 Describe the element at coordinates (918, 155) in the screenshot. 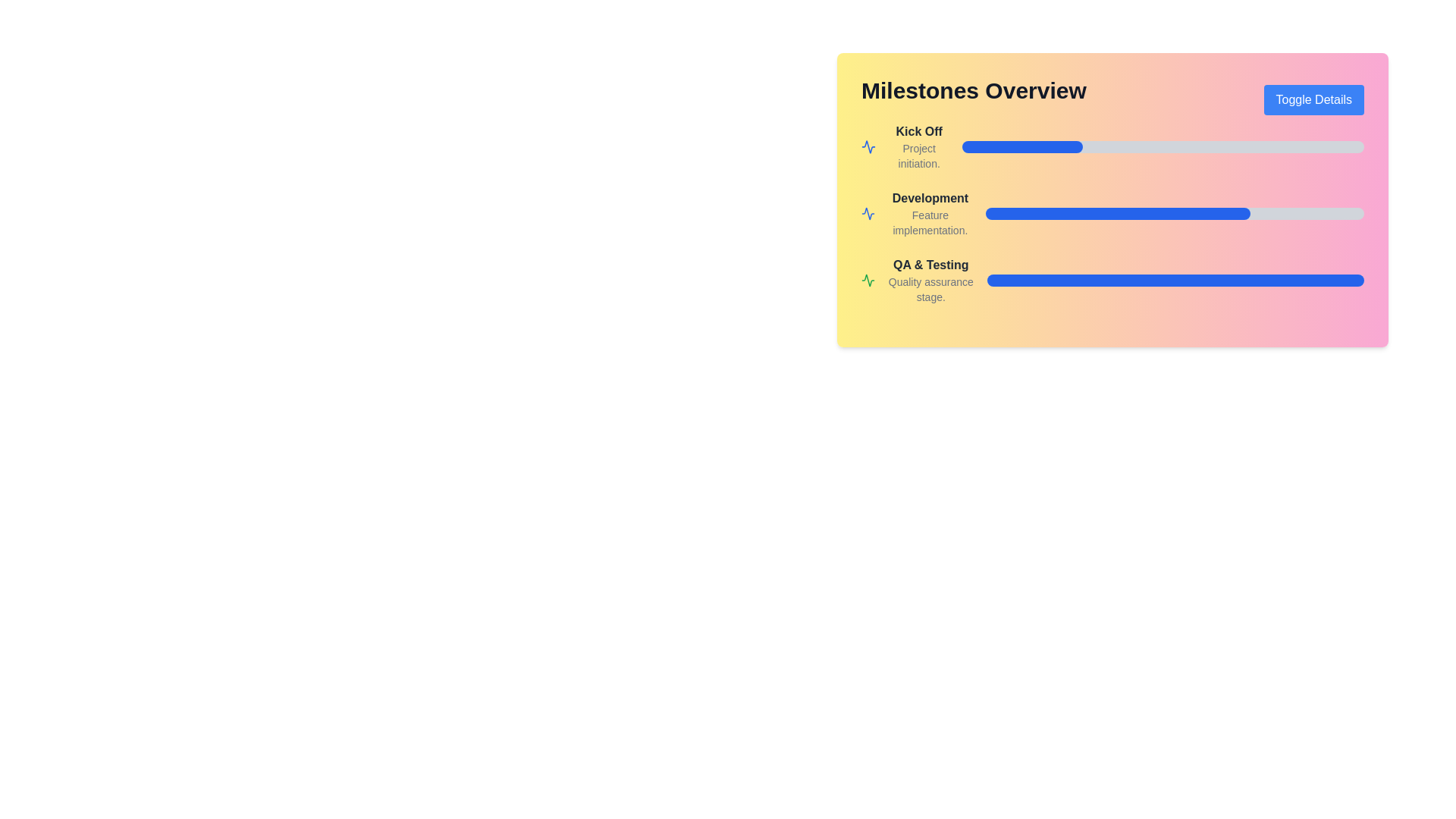

I see `the text label reading 'Project initiation.' which is located directly below the 'Kick Off' title and above a horizontal progress bar` at that location.